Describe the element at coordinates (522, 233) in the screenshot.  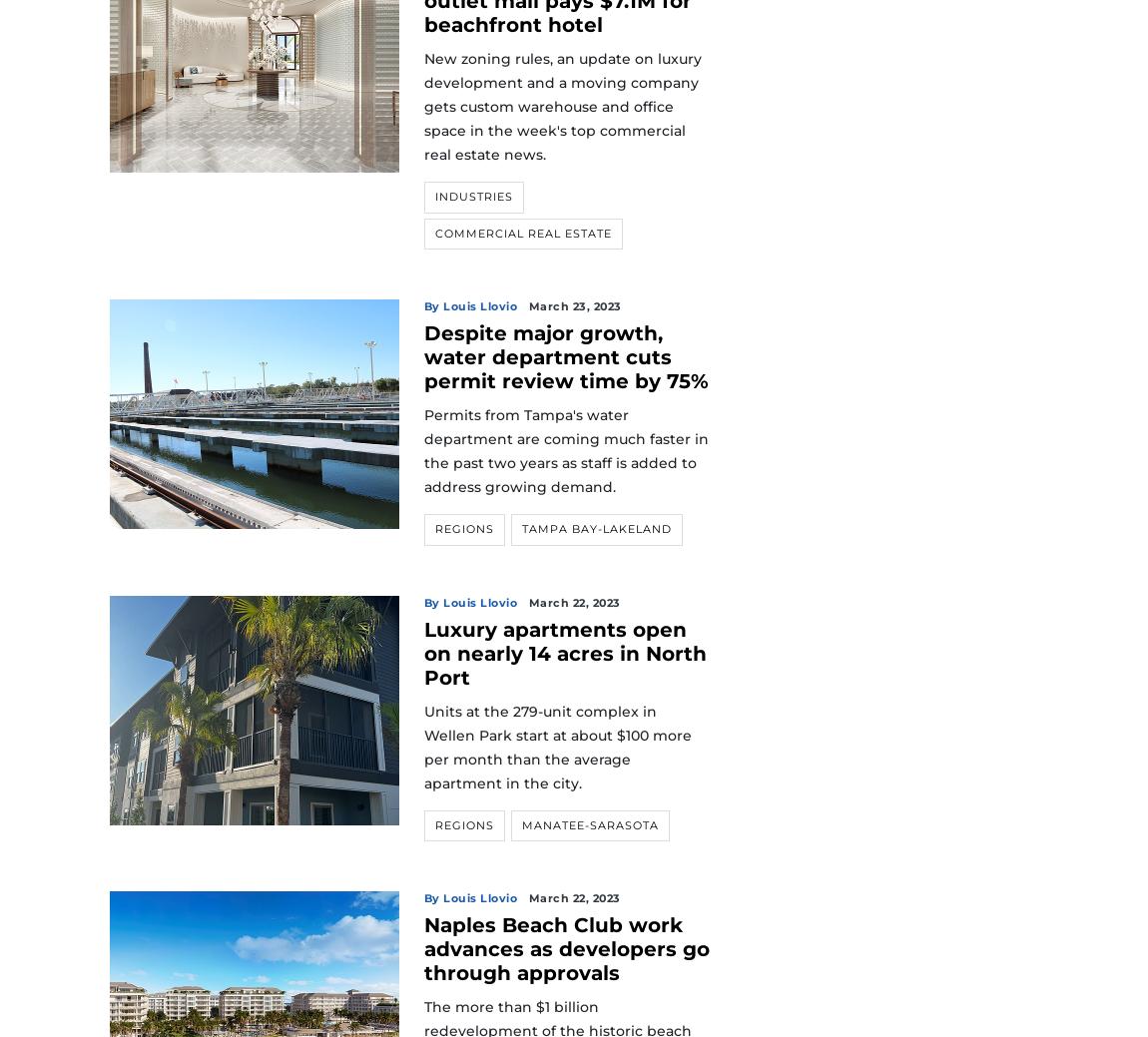
I see `'Commercial Real Estate'` at that location.